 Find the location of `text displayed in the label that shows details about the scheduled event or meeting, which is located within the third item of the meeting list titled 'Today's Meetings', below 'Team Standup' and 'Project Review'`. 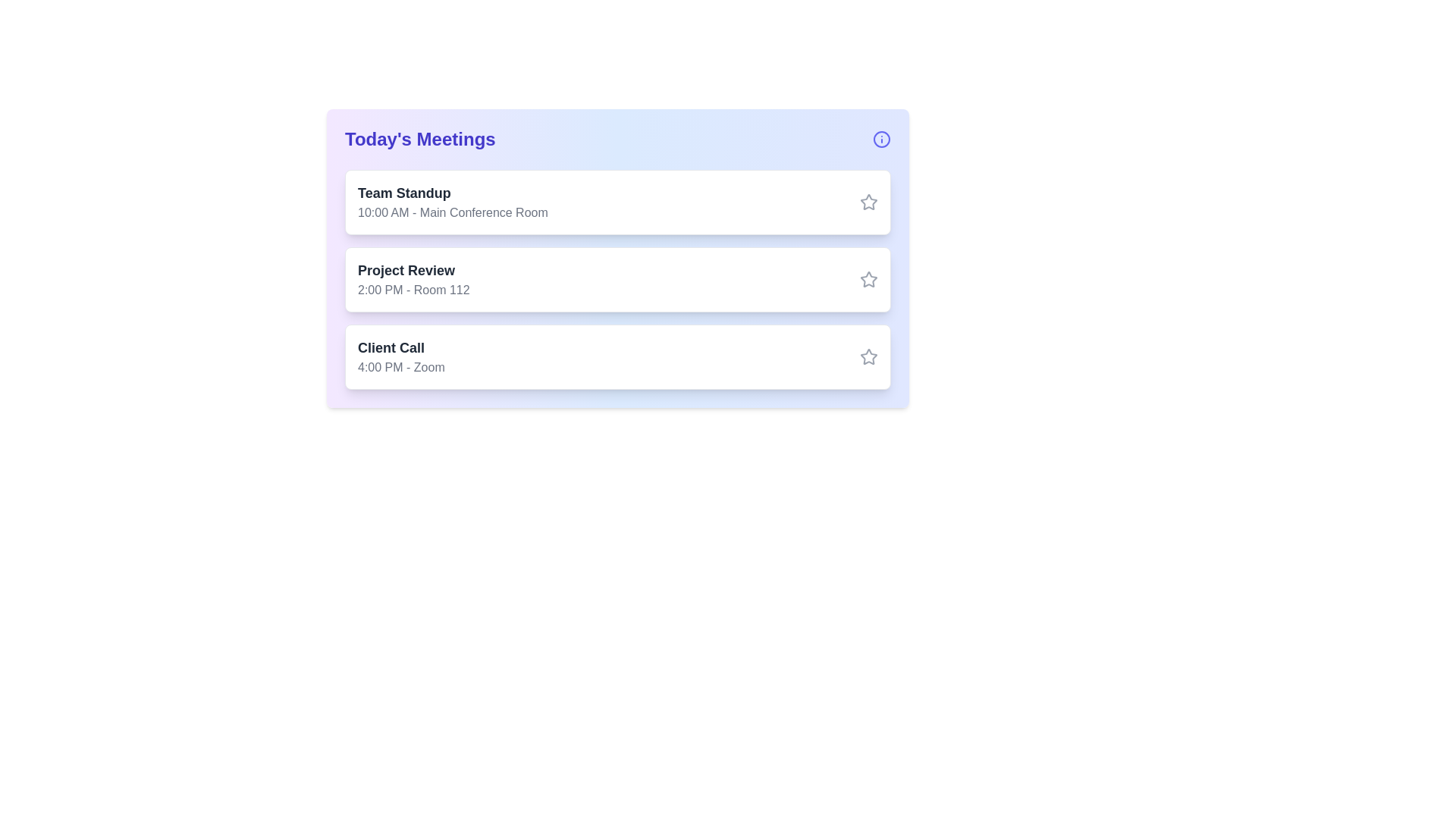

text displayed in the label that shows details about the scheduled event or meeting, which is located within the third item of the meeting list titled 'Today's Meetings', below 'Team Standup' and 'Project Review' is located at coordinates (401, 356).